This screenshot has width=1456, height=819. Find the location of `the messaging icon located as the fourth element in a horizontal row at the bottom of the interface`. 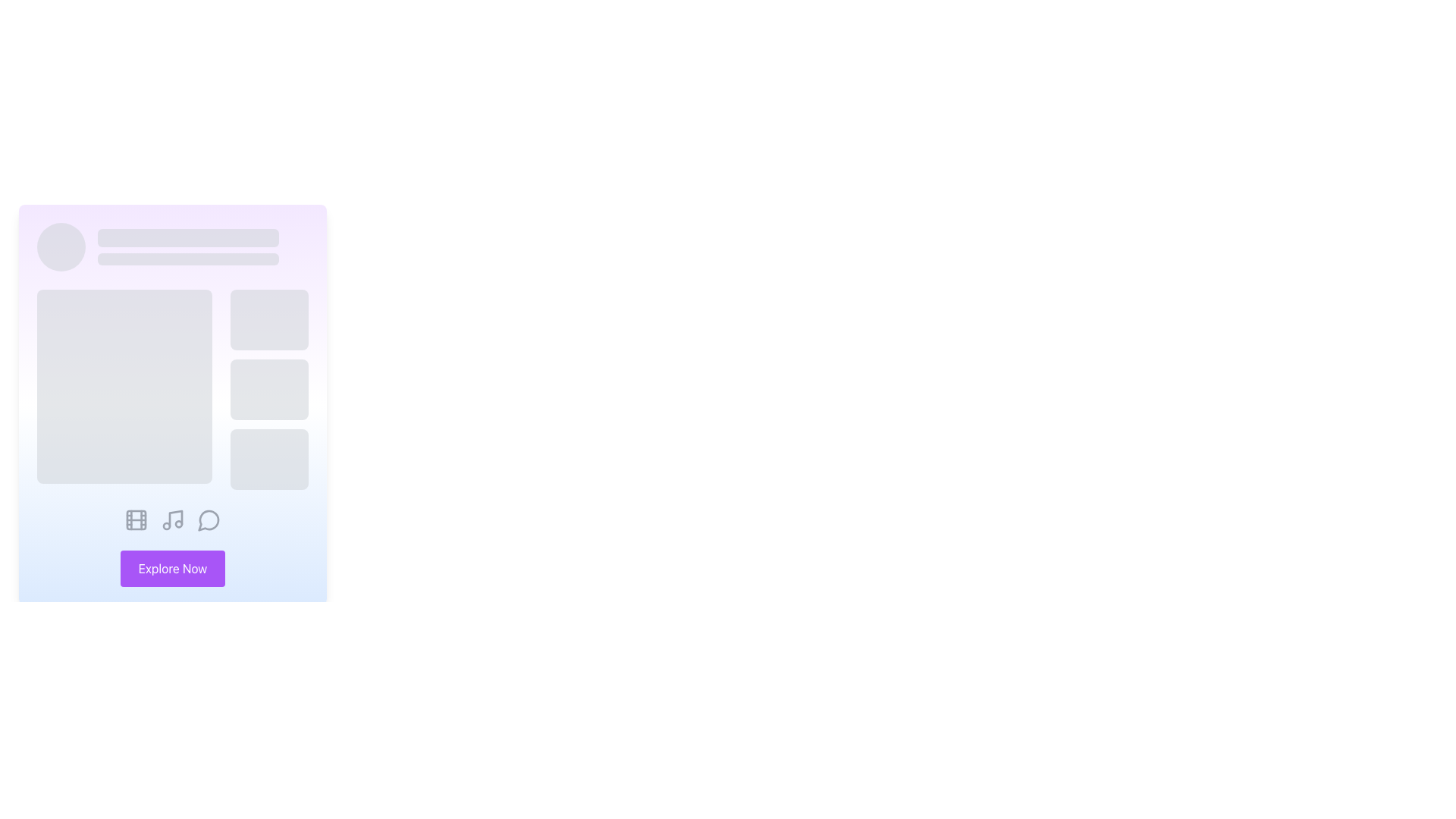

the messaging icon located as the fourth element in a horizontal row at the bottom of the interface is located at coordinates (208, 519).